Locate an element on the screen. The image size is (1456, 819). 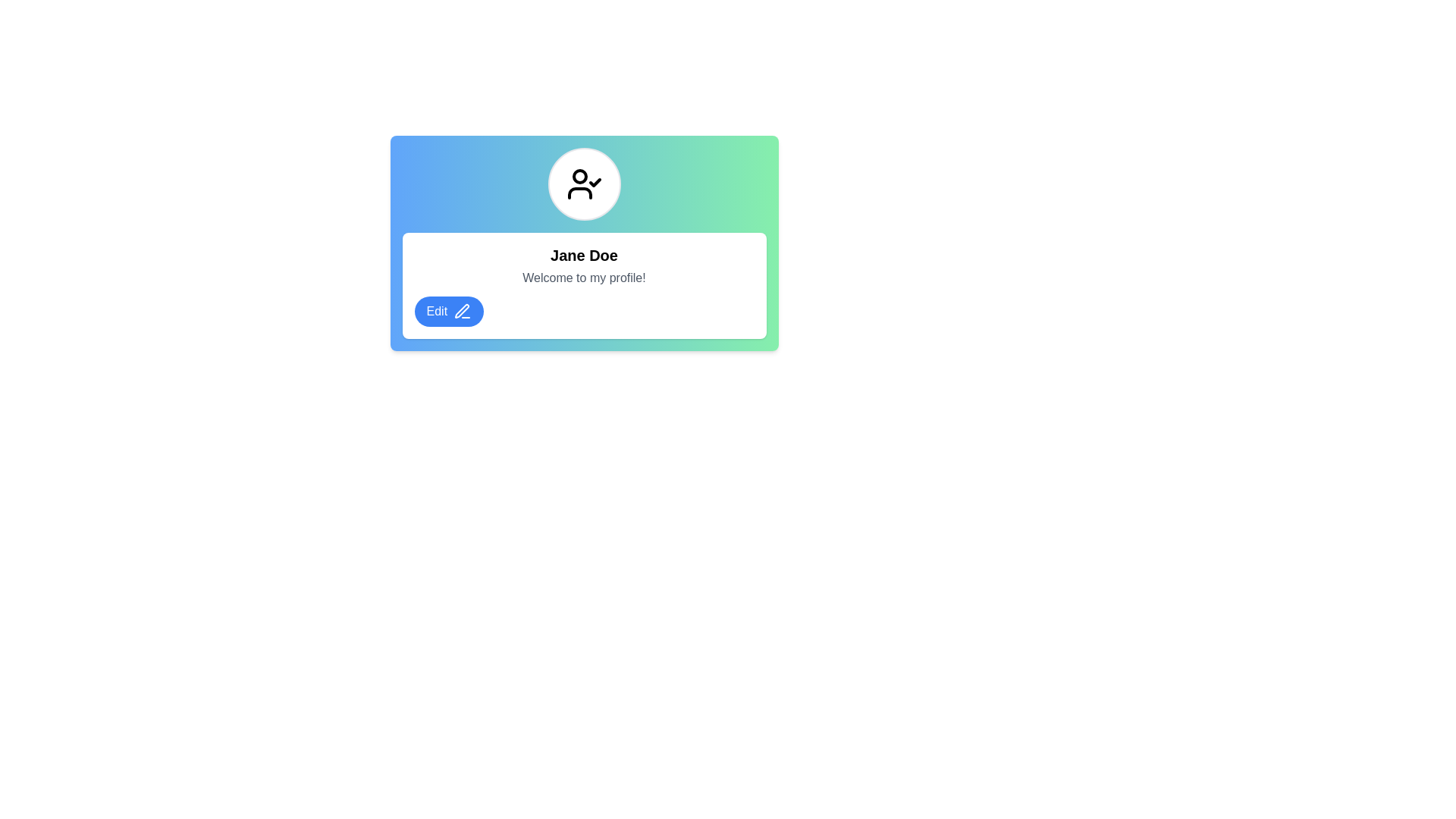
the static text element that reads 'Welcome to my profile!' which is styled in gray and located below the bold text 'Jane Doe' is located at coordinates (583, 278).